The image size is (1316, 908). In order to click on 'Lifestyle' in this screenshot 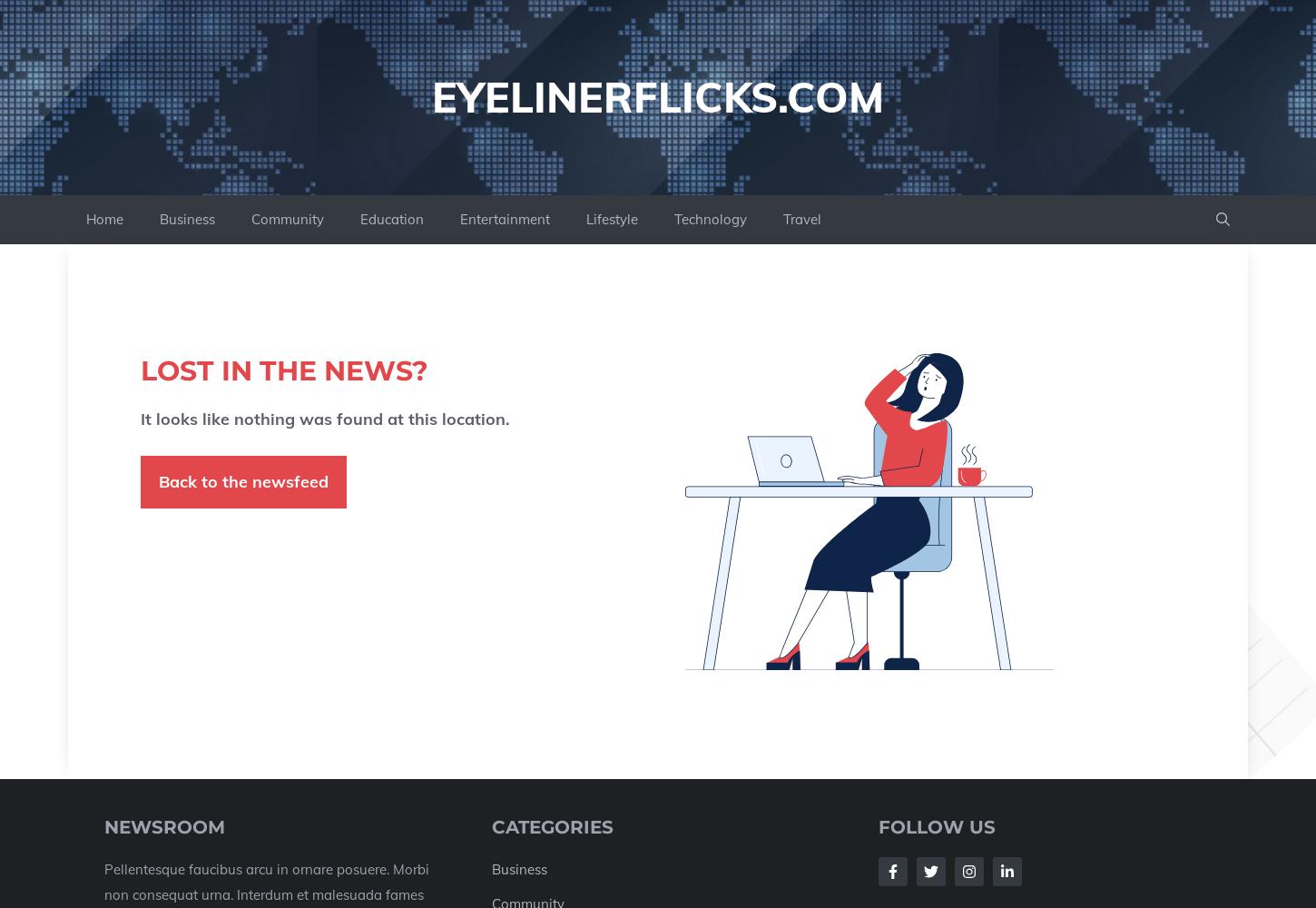, I will do `click(611, 218)`.